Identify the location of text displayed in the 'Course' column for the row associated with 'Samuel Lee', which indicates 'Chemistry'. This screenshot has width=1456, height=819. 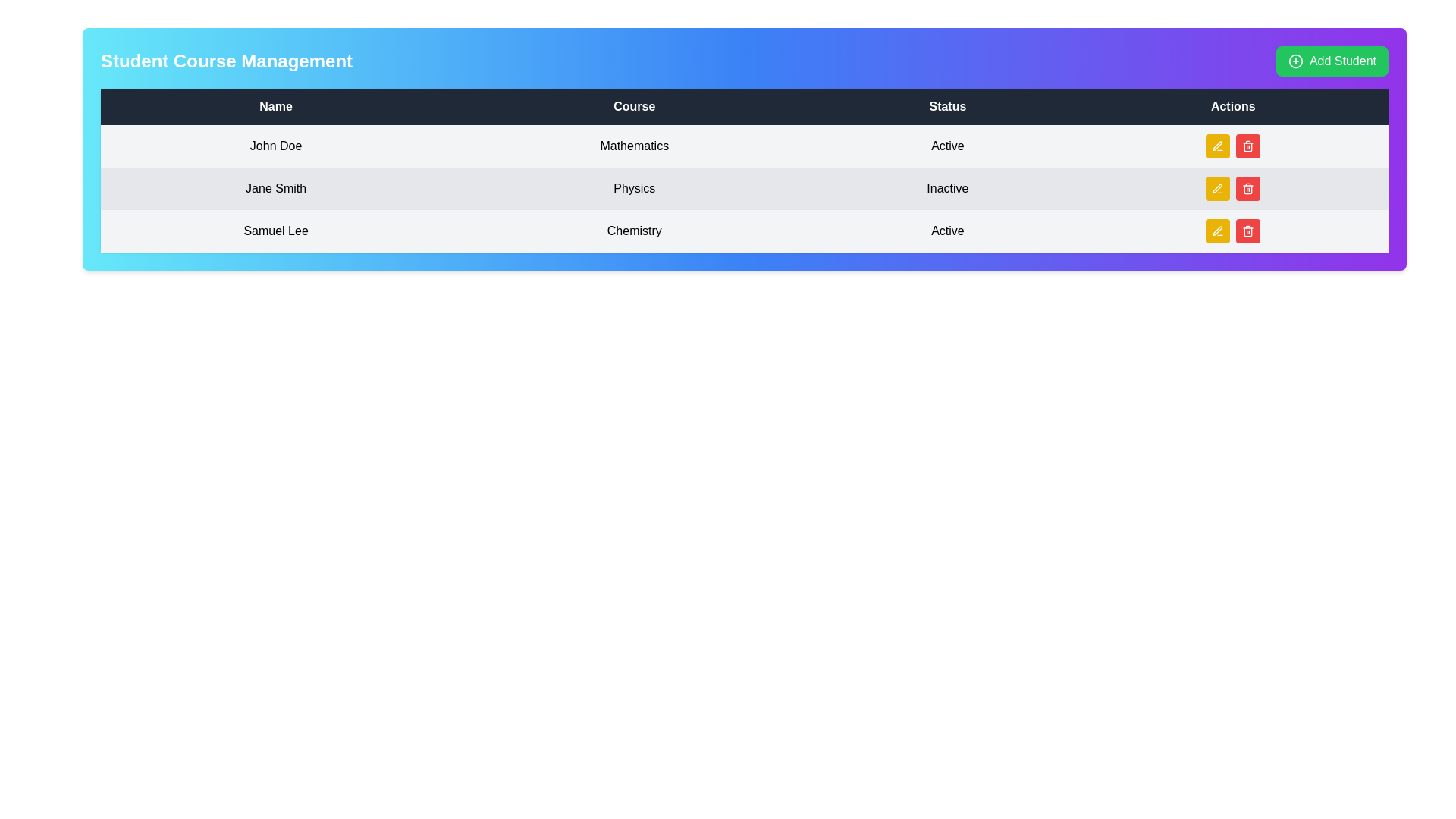
(634, 231).